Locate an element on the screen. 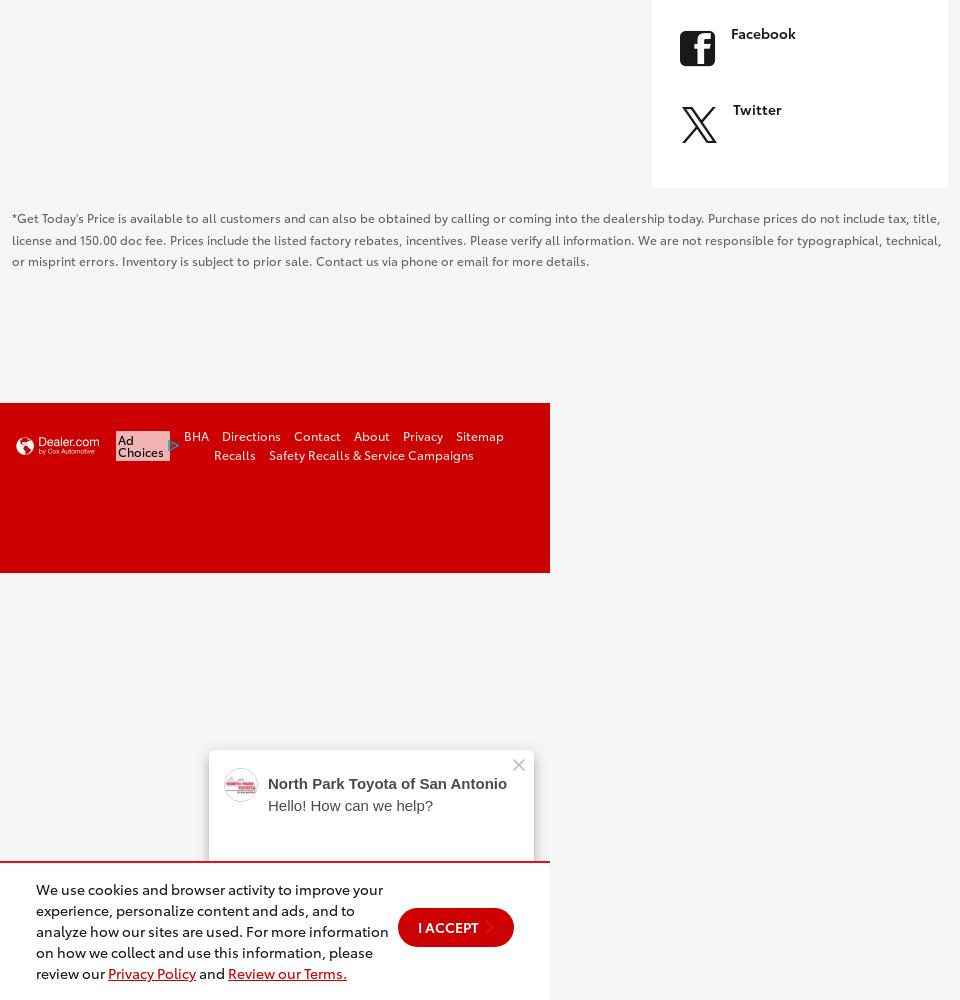 Image resolution: width=960 pixels, height=1000 pixels. 'and' is located at coordinates (211, 972).